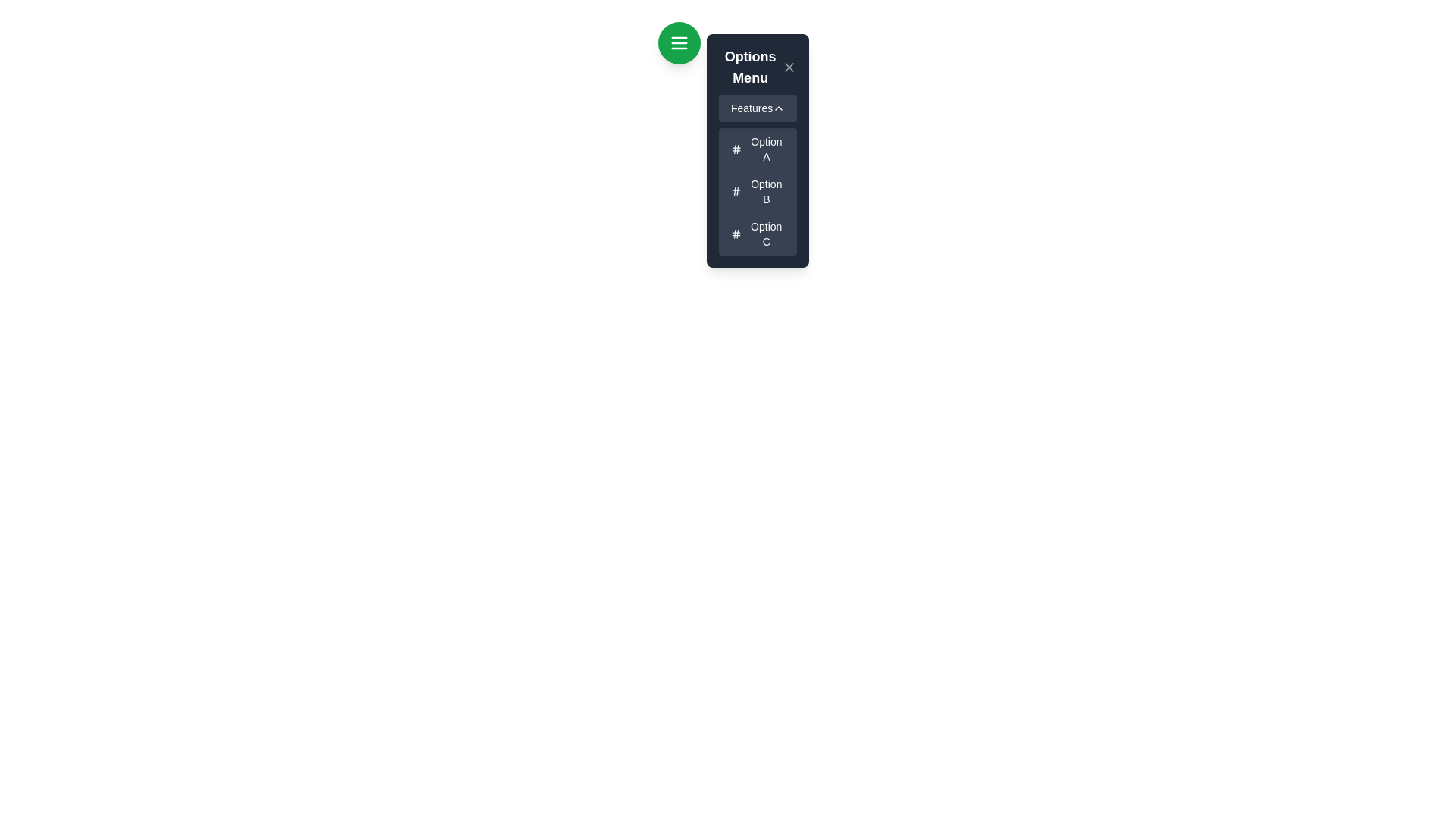 The image size is (1456, 819). I want to click on the Text button with an icon located at the bottom of the 'Options Menu', so click(758, 234).